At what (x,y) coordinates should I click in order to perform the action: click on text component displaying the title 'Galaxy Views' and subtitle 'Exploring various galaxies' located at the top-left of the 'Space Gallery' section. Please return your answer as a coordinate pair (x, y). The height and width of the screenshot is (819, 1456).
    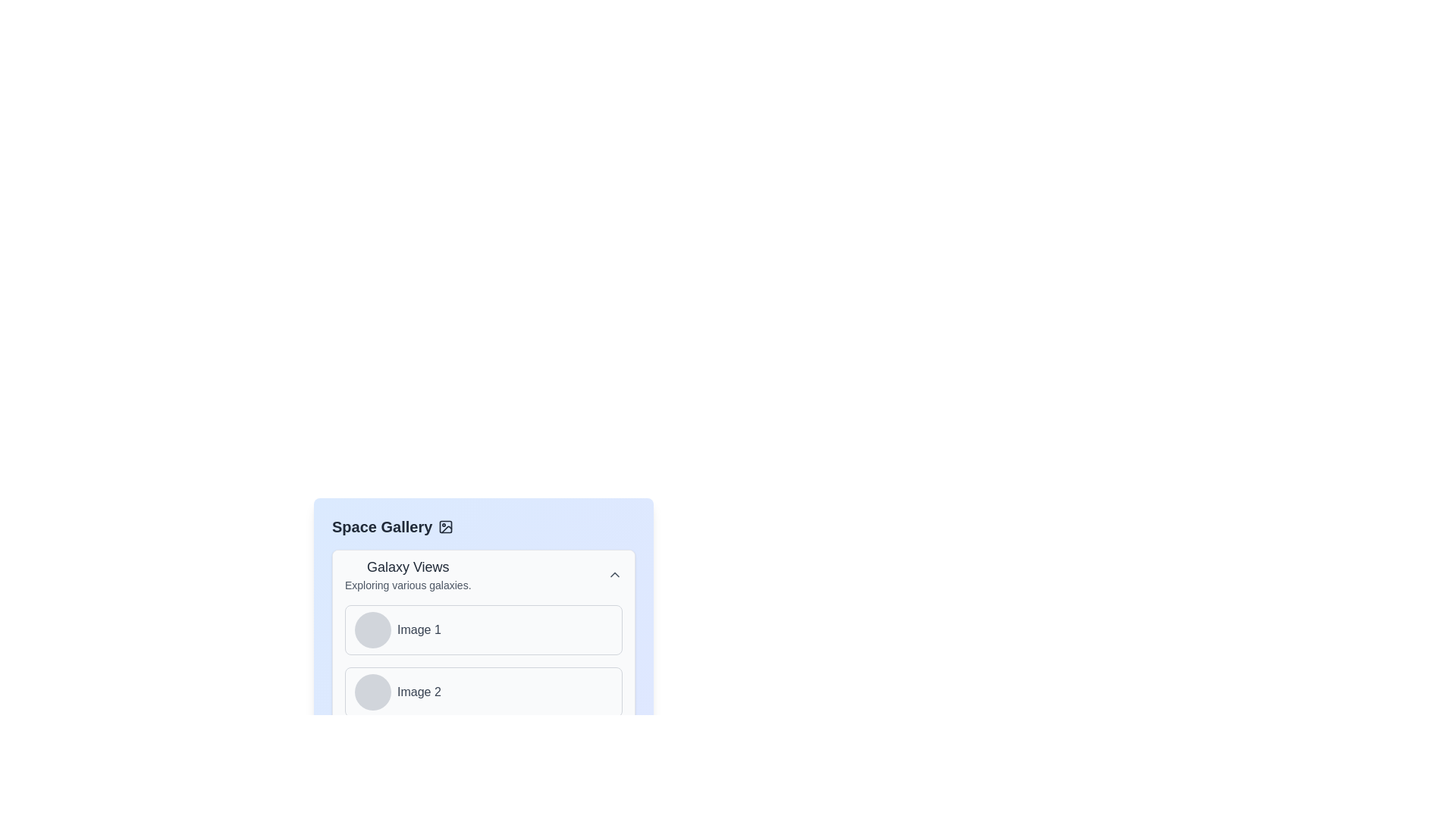
    Looking at the image, I should click on (408, 575).